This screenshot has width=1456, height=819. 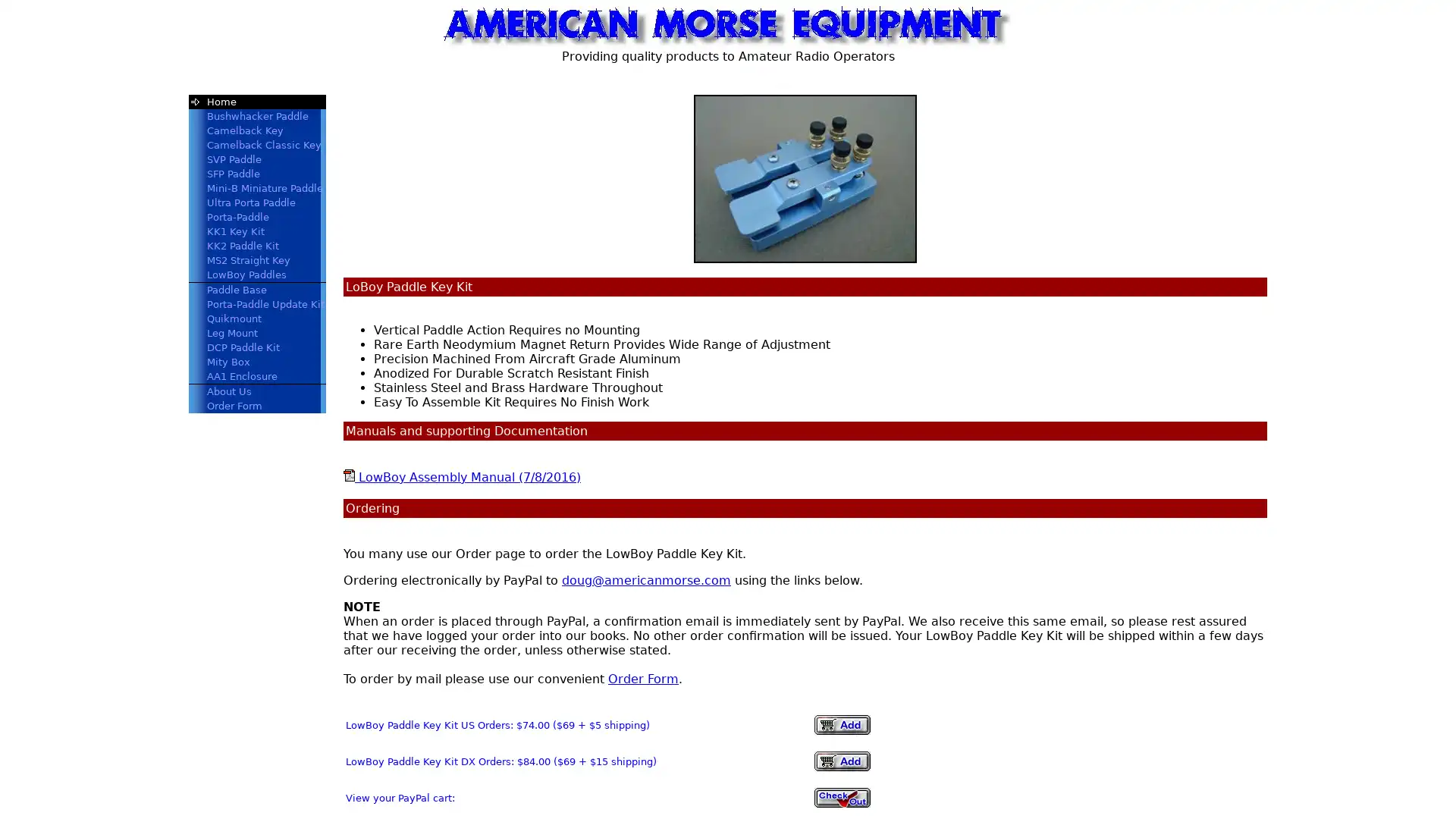 What do you see at coordinates (841, 724) in the screenshot?
I see `Make payments with PayPal - it's fast, free and secure!` at bounding box center [841, 724].